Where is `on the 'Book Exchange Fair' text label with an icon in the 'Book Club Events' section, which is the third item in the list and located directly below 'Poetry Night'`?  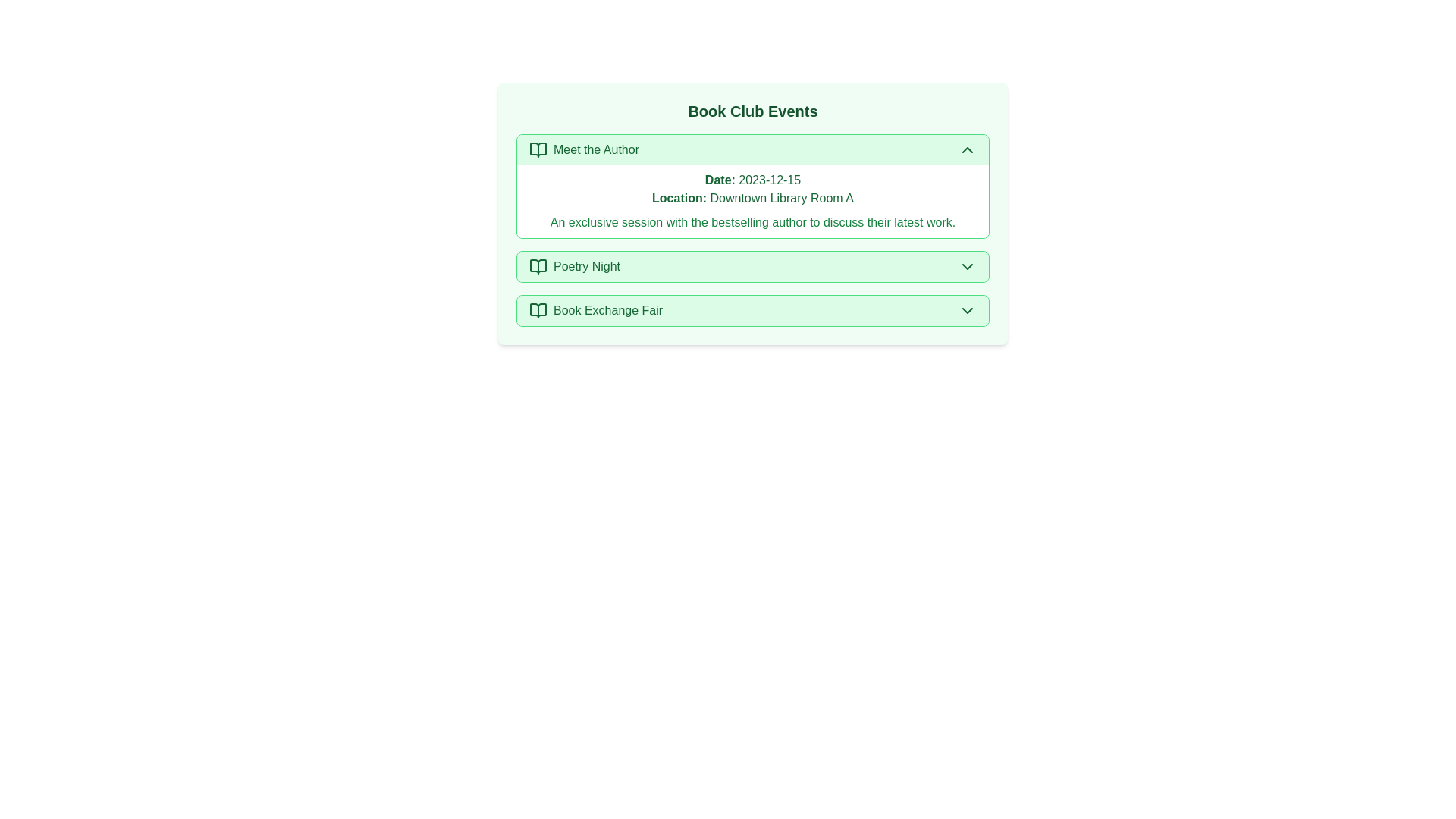
on the 'Book Exchange Fair' text label with an icon in the 'Book Club Events' section, which is the third item in the list and located directly below 'Poetry Night' is located at coordinates (595, 309).